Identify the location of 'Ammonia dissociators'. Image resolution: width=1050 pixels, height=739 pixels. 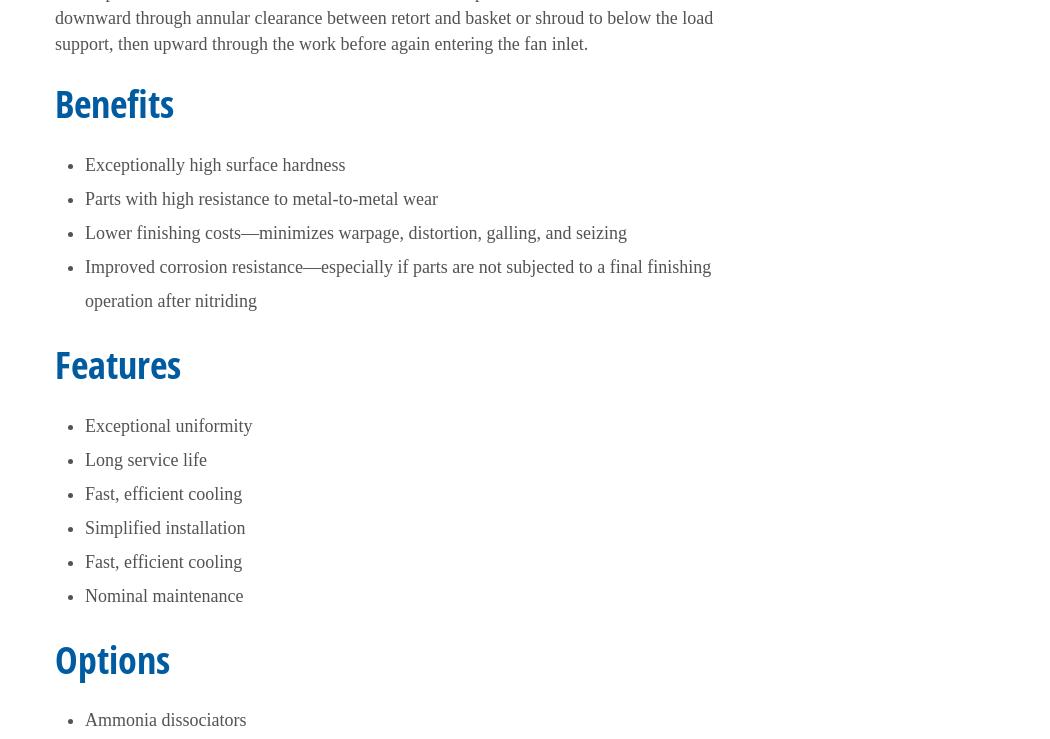
(165, 720).